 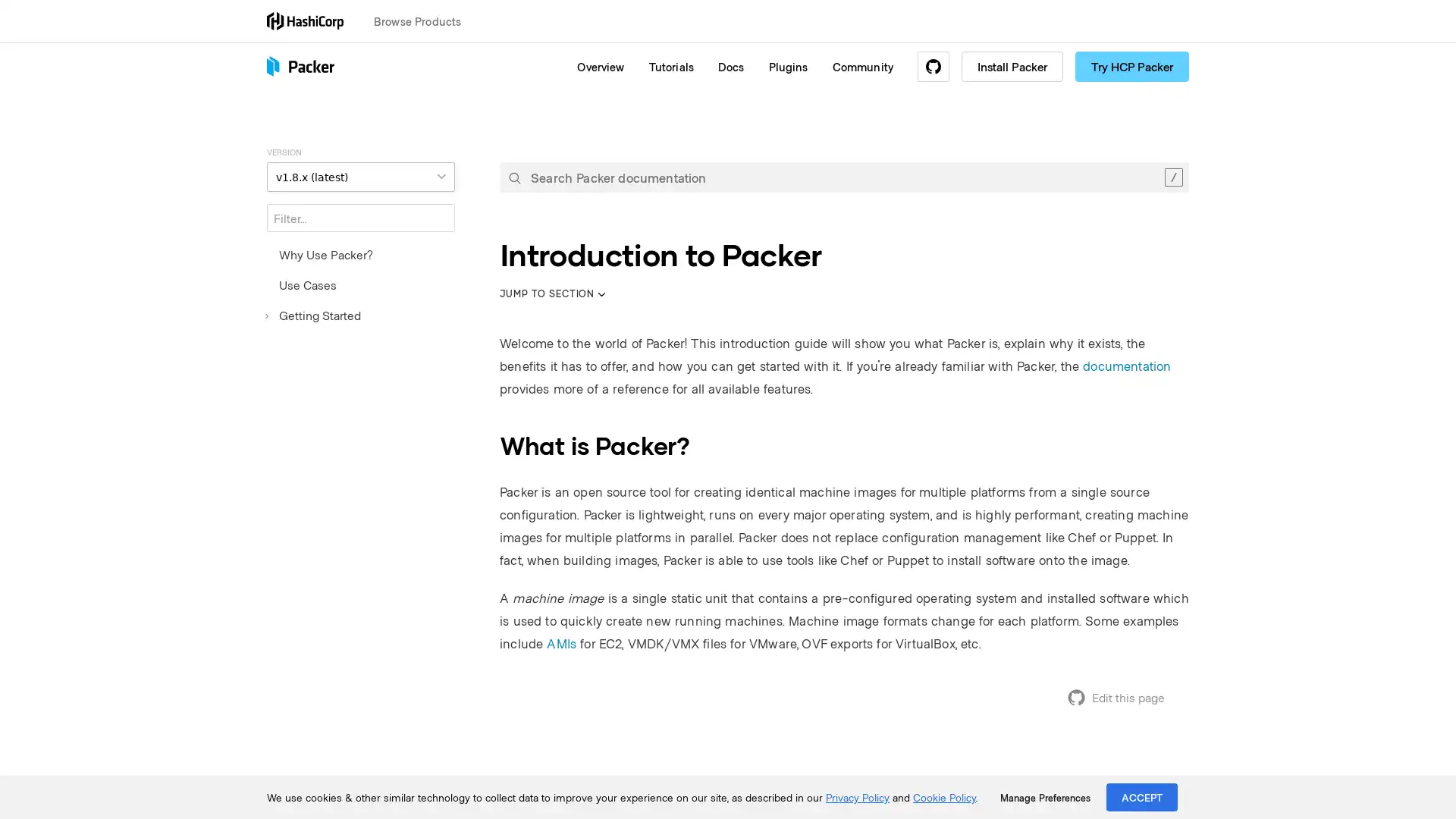 What do you see at coordinates (1172, 177) in the screenshot?
I see `Clear the search query.` at bounding box center [1172, 177].